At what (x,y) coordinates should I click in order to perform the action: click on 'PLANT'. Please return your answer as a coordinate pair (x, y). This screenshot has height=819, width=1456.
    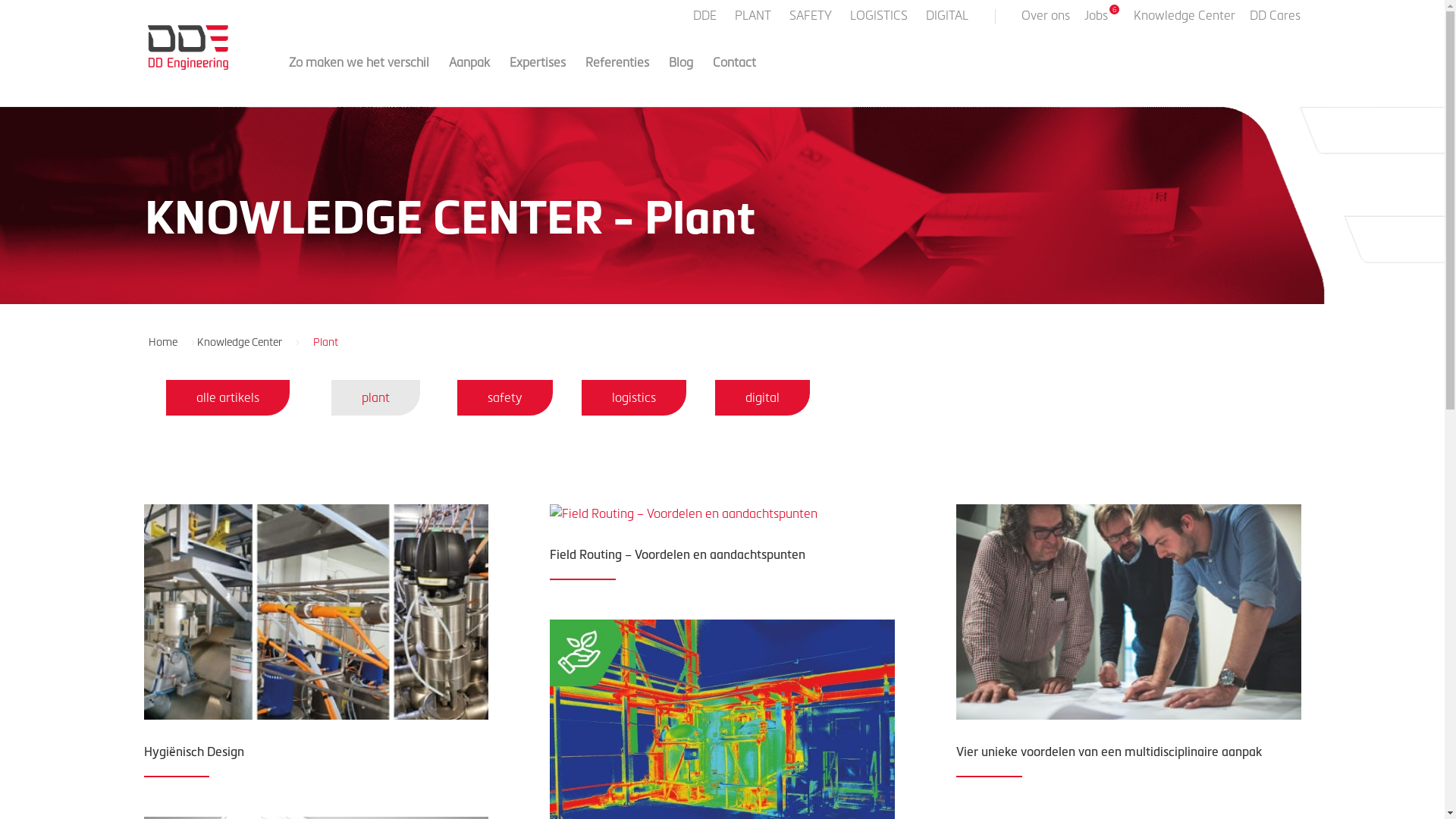
    Looking at the image, I should click on (734, 20).